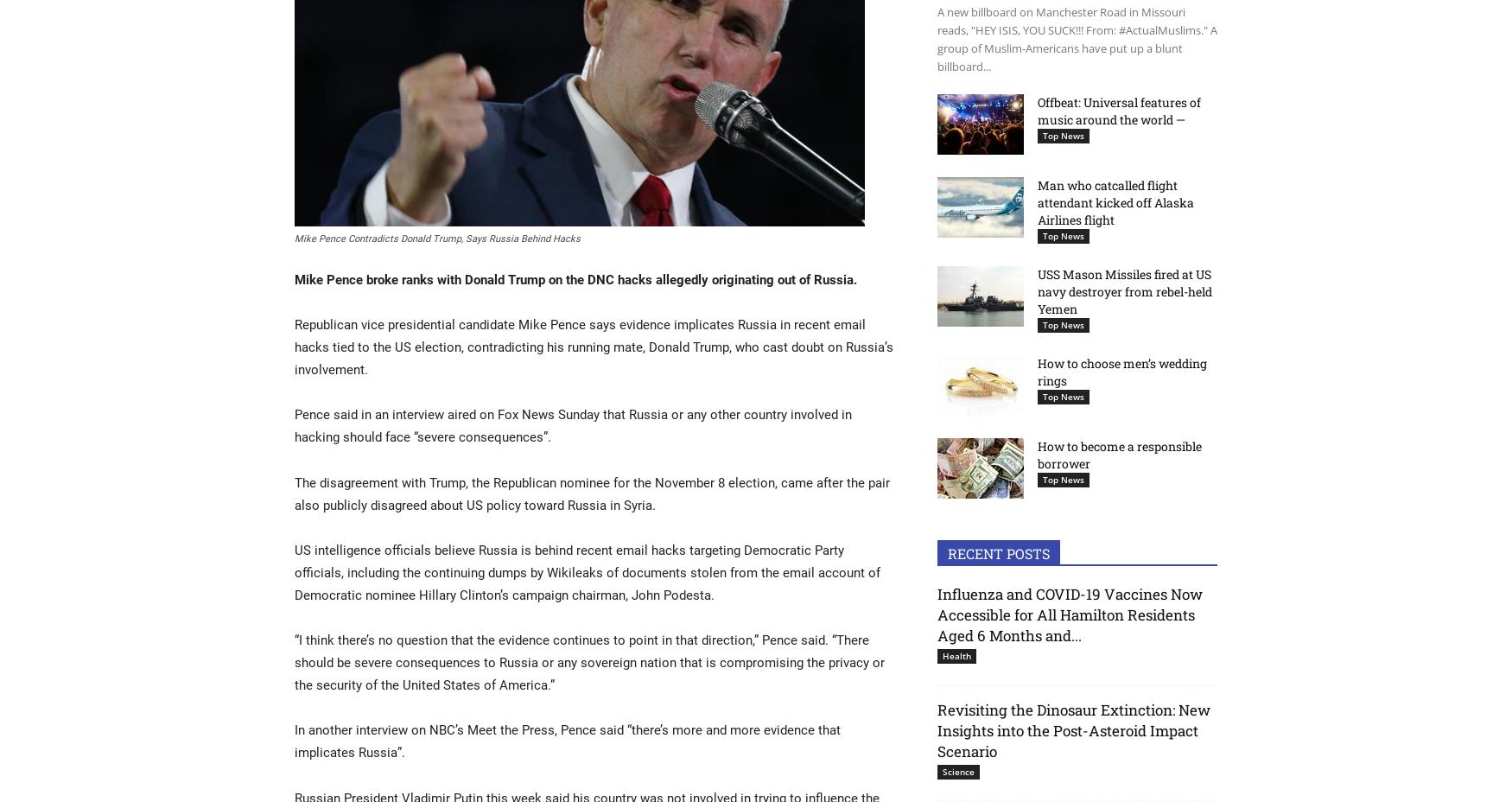 Image resolution: width=1512 pixels, height=802 pixels. Describe the element at coordinates (1077, 38) in the screenshot. I see `'A new billboard on Manchester Road in Missouri reads, "HEY ISIS, YOU SUCK!!! From: #ActualMuslims."

A group of Muslim-Americans have put up a blunt billboard...'` at that location.